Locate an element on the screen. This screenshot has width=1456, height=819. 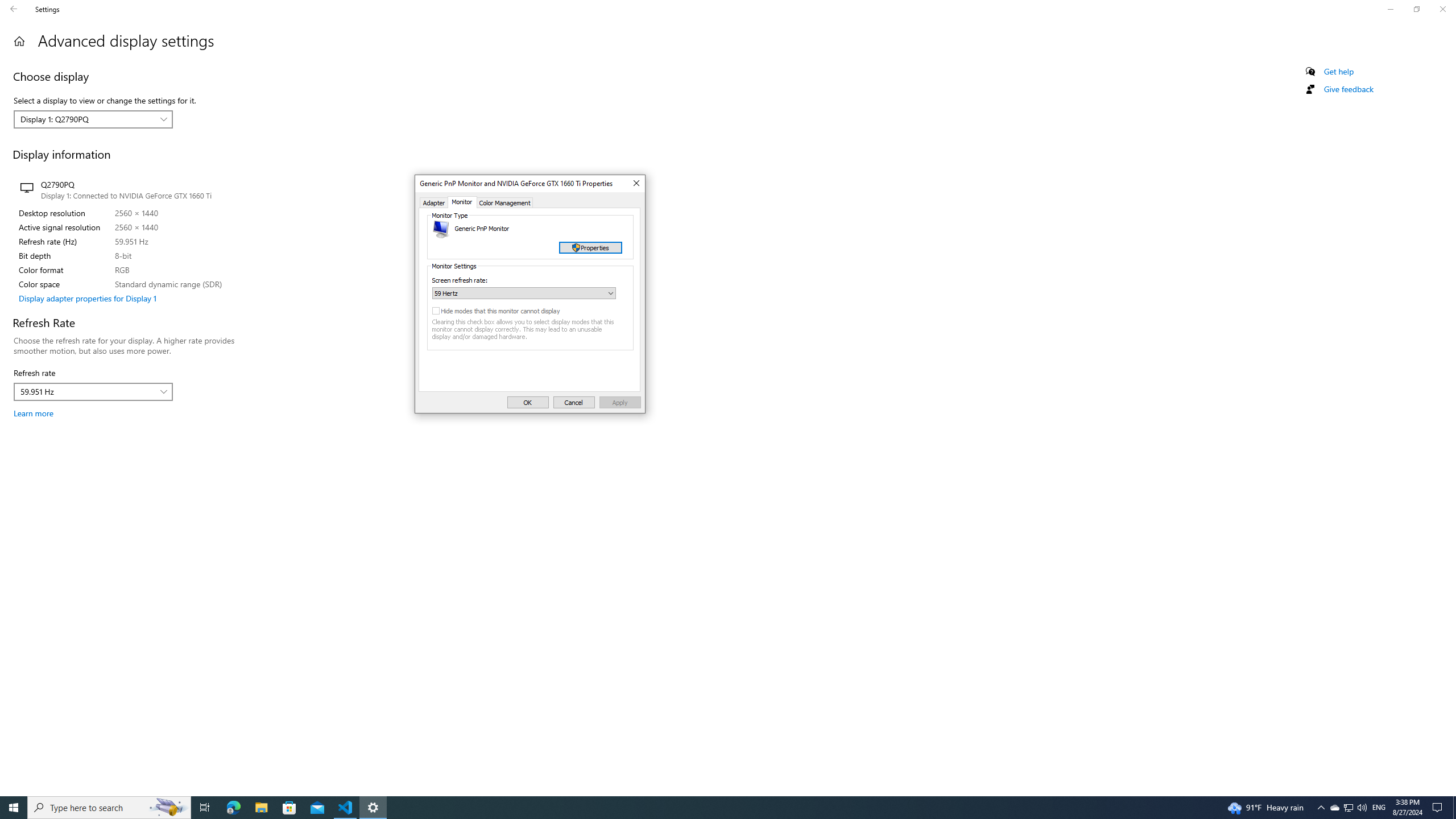
'Apply' is located at coordinates (619, 402).